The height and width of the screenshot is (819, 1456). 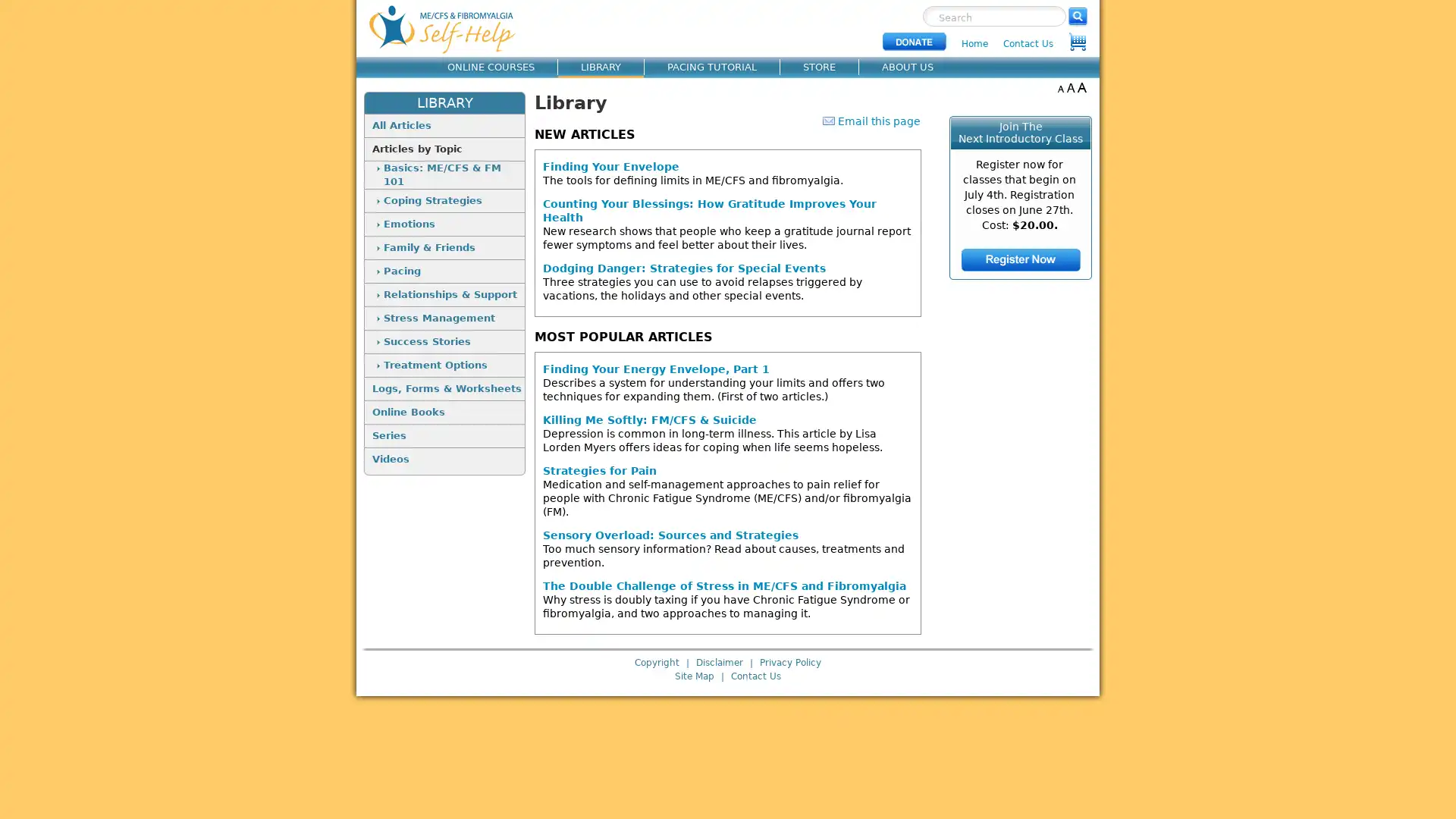 What do you see at coordinates (1070, 87) in the screenshot?
I see `A` at bounding box center [1070, 87].